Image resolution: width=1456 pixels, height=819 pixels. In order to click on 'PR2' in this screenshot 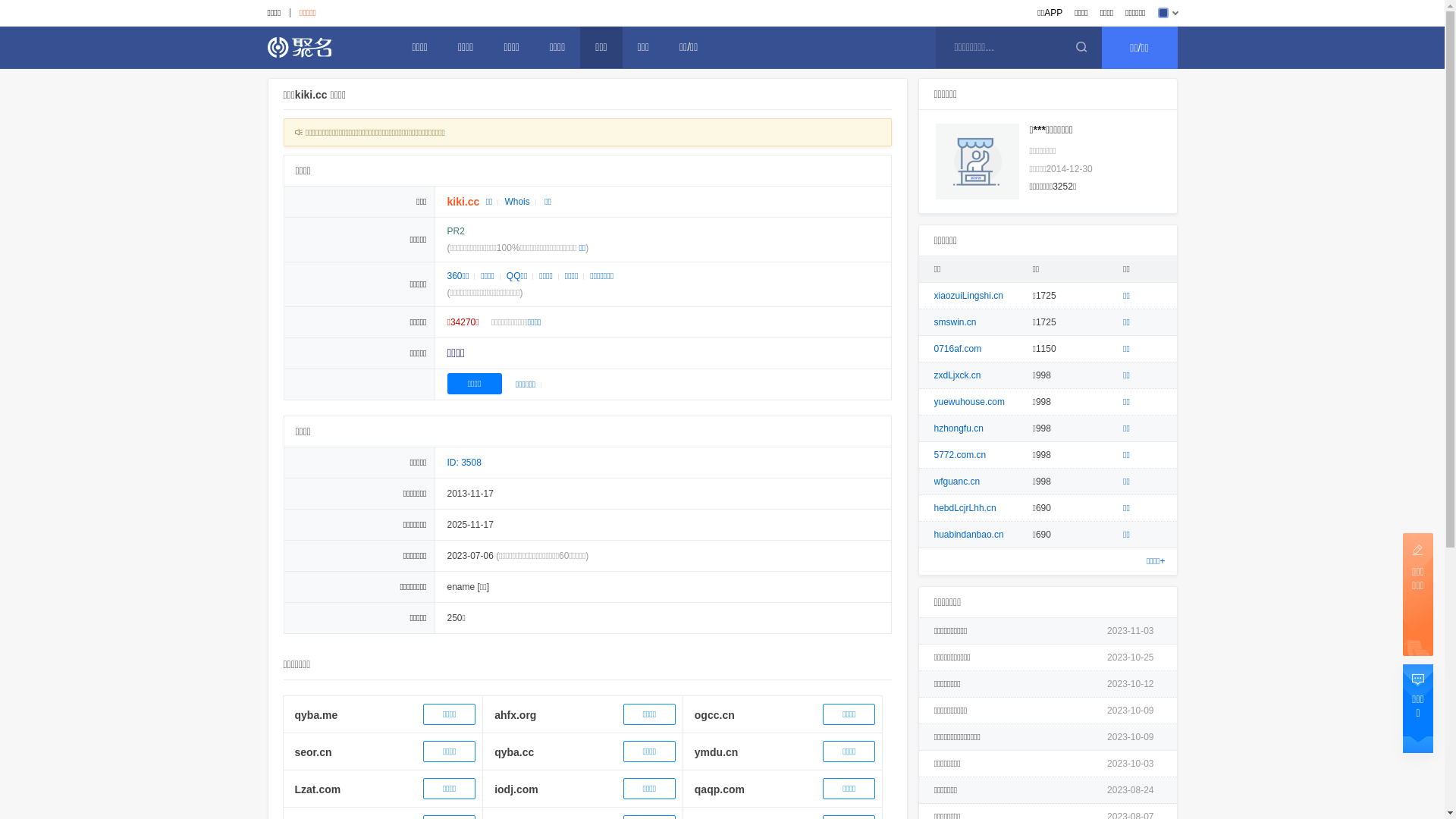, I will do `click(447, 231)`.